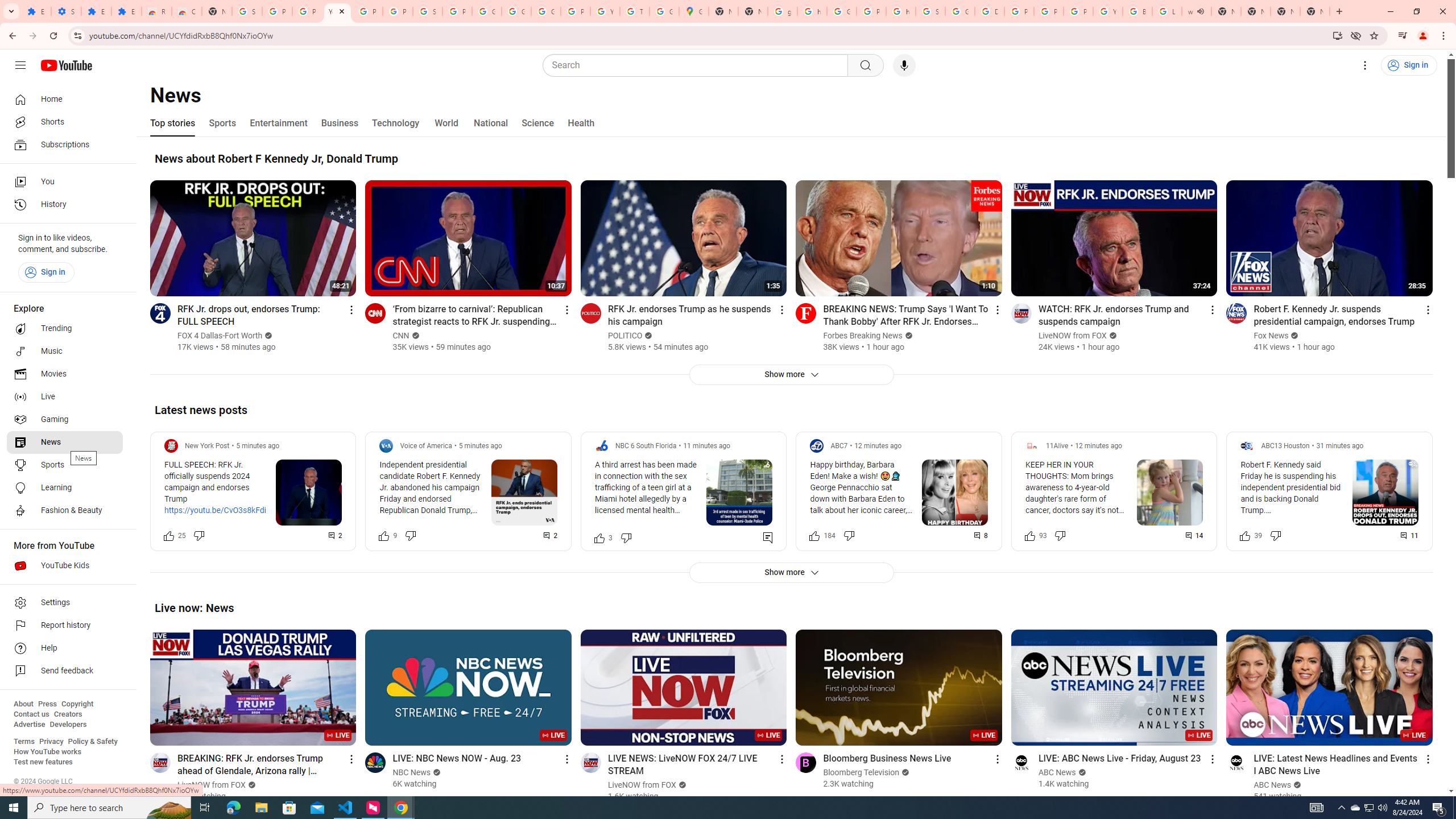 The image size is (1456, 819). Describe the element at coordinates (861, 772) in the screenshot. I see `'Bloomberg Television'` at that location.